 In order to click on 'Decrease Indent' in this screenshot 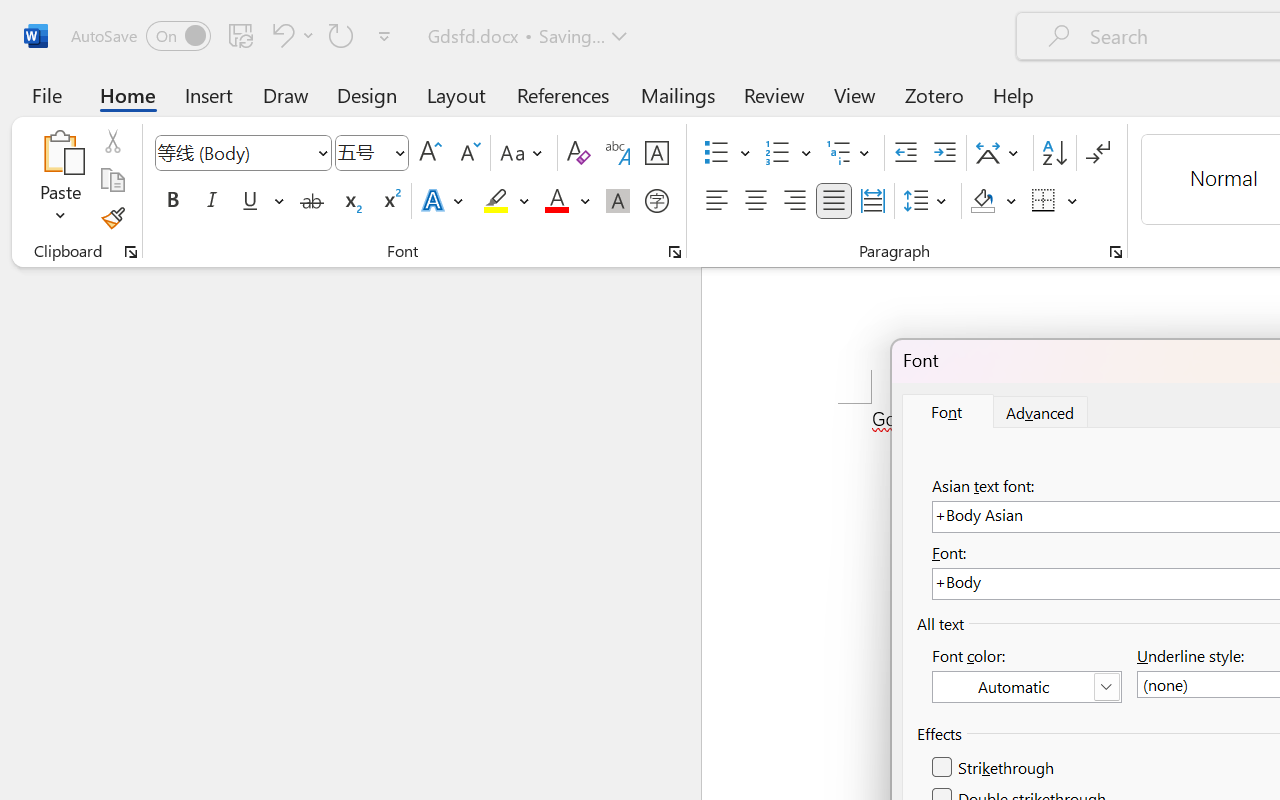, I will do `click(905, 153)`.